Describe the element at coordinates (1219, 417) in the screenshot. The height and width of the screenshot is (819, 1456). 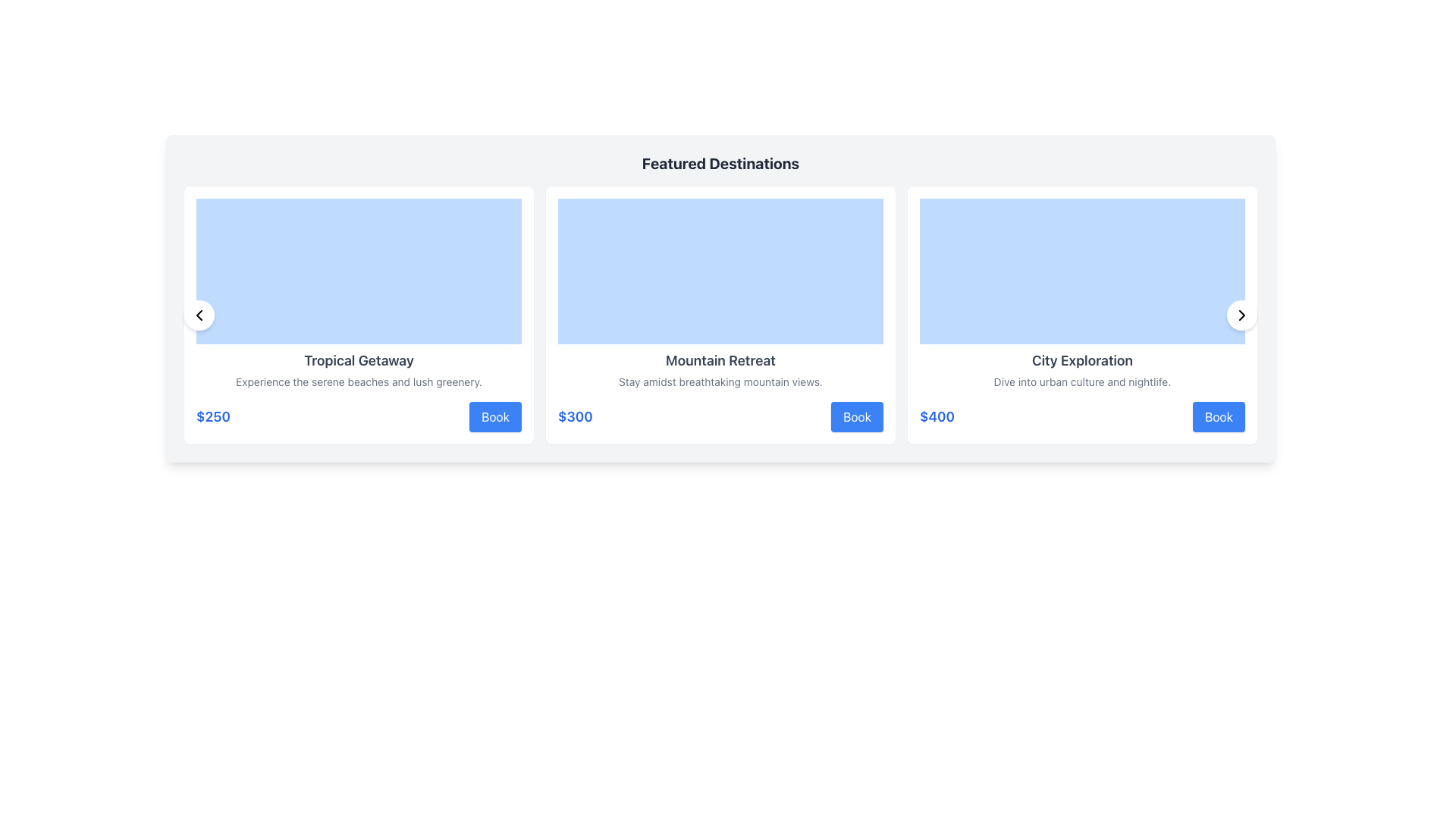
I see `the booking button located in the third card section under 'Featured Destinations'` at that location.